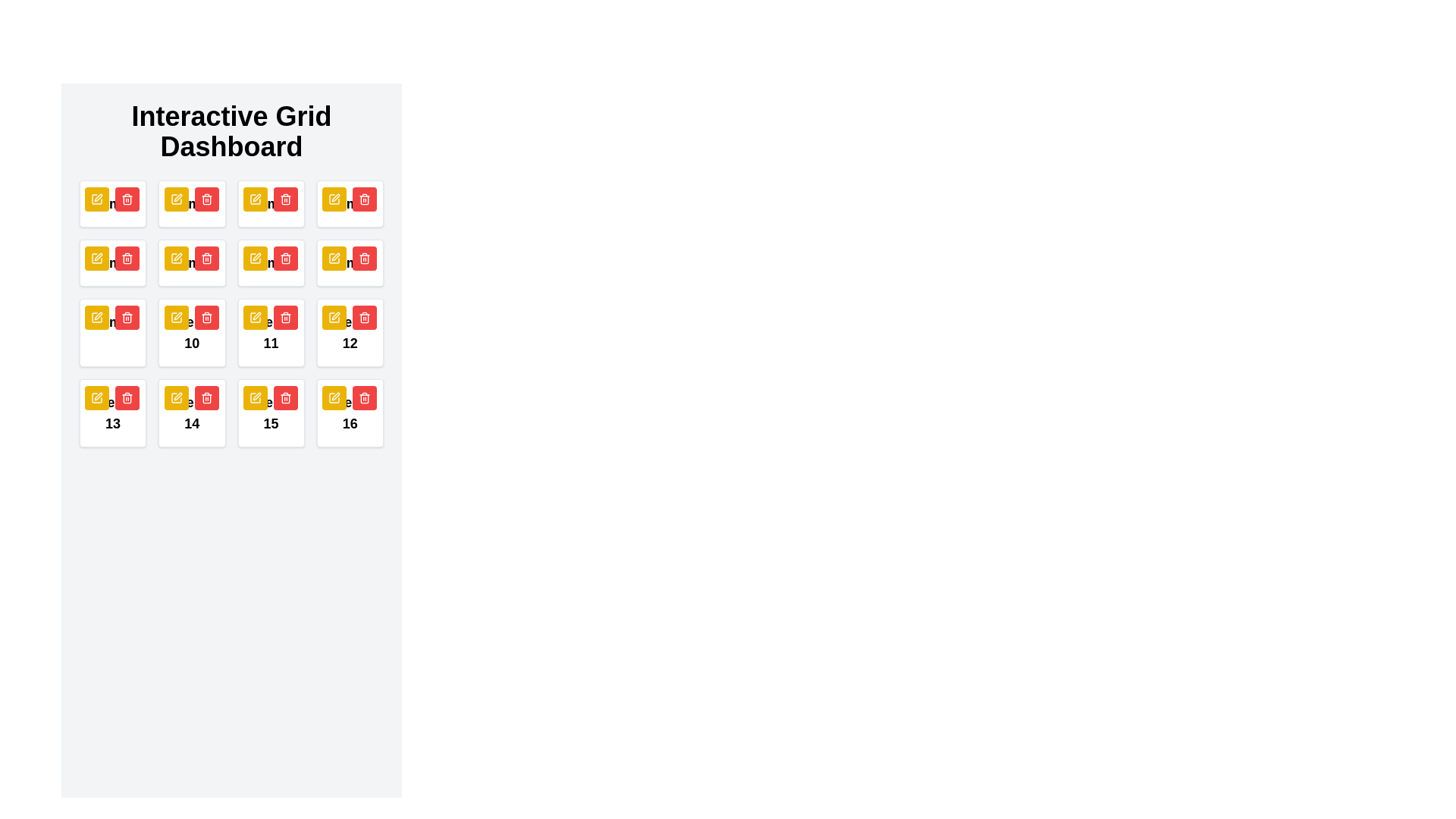 The height and width of the screenshot is (819, 1456). I want to click on the yellow square button with rounded corners and a white pen icon in the center, so click(96, 317).